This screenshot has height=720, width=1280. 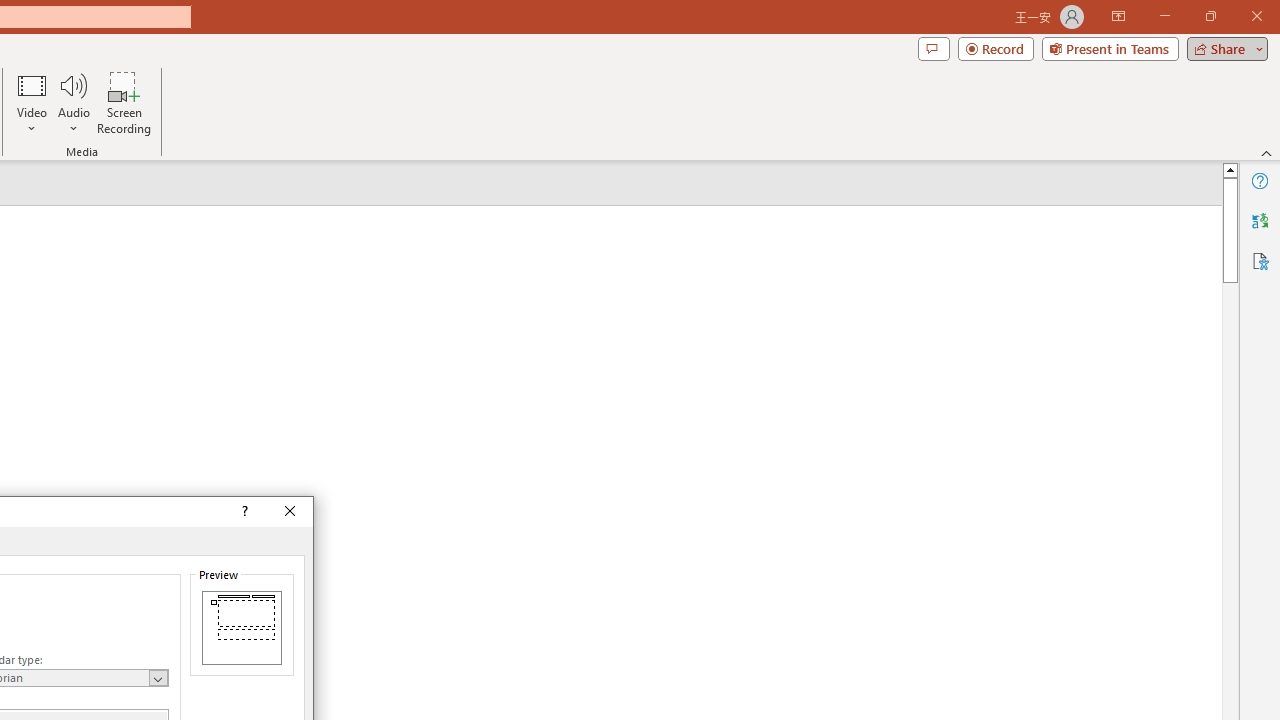 I want to click on 'Context help', so click(x=242, y=510).